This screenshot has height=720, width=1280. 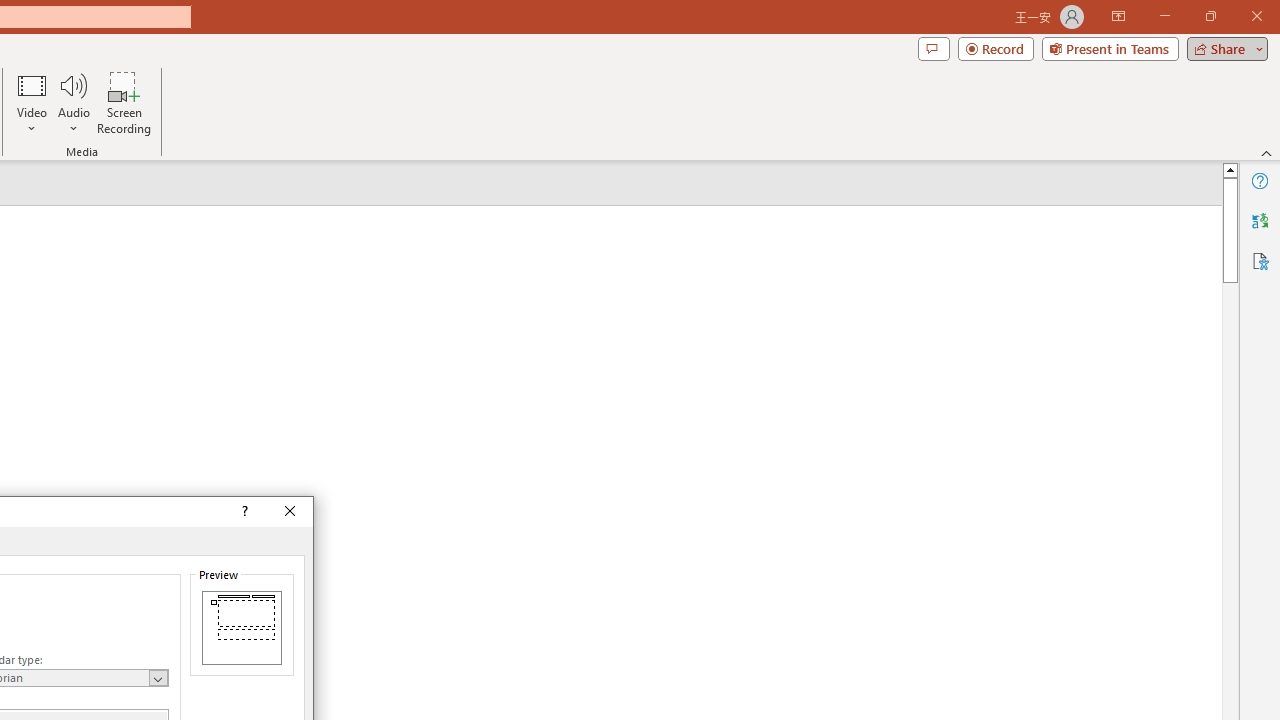 I want to click on 'Context help', so click(x=242, y=510).